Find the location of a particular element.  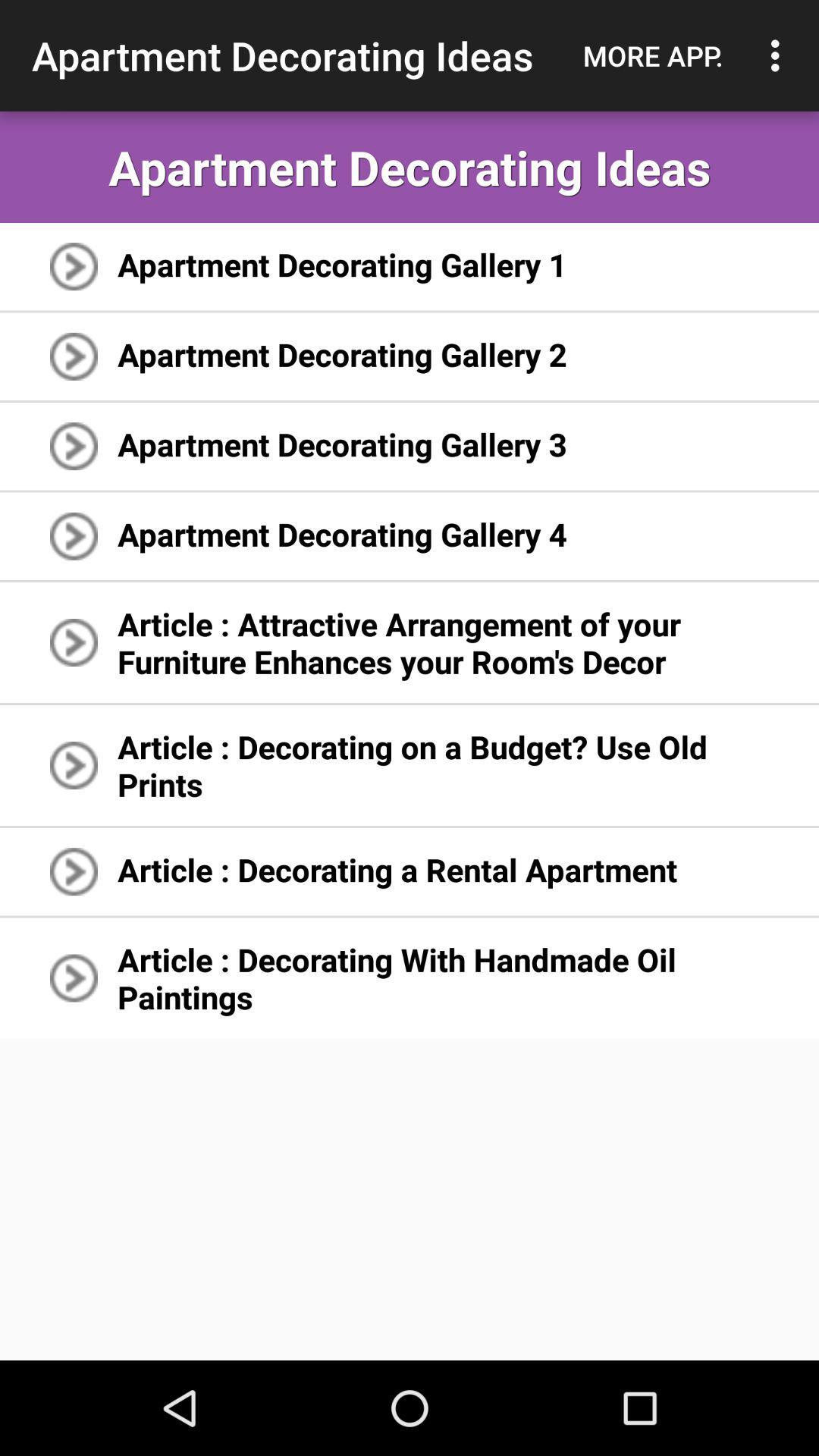

the icon to the right of the apartment decorating ideas icon is located at coordinates (652, 55).